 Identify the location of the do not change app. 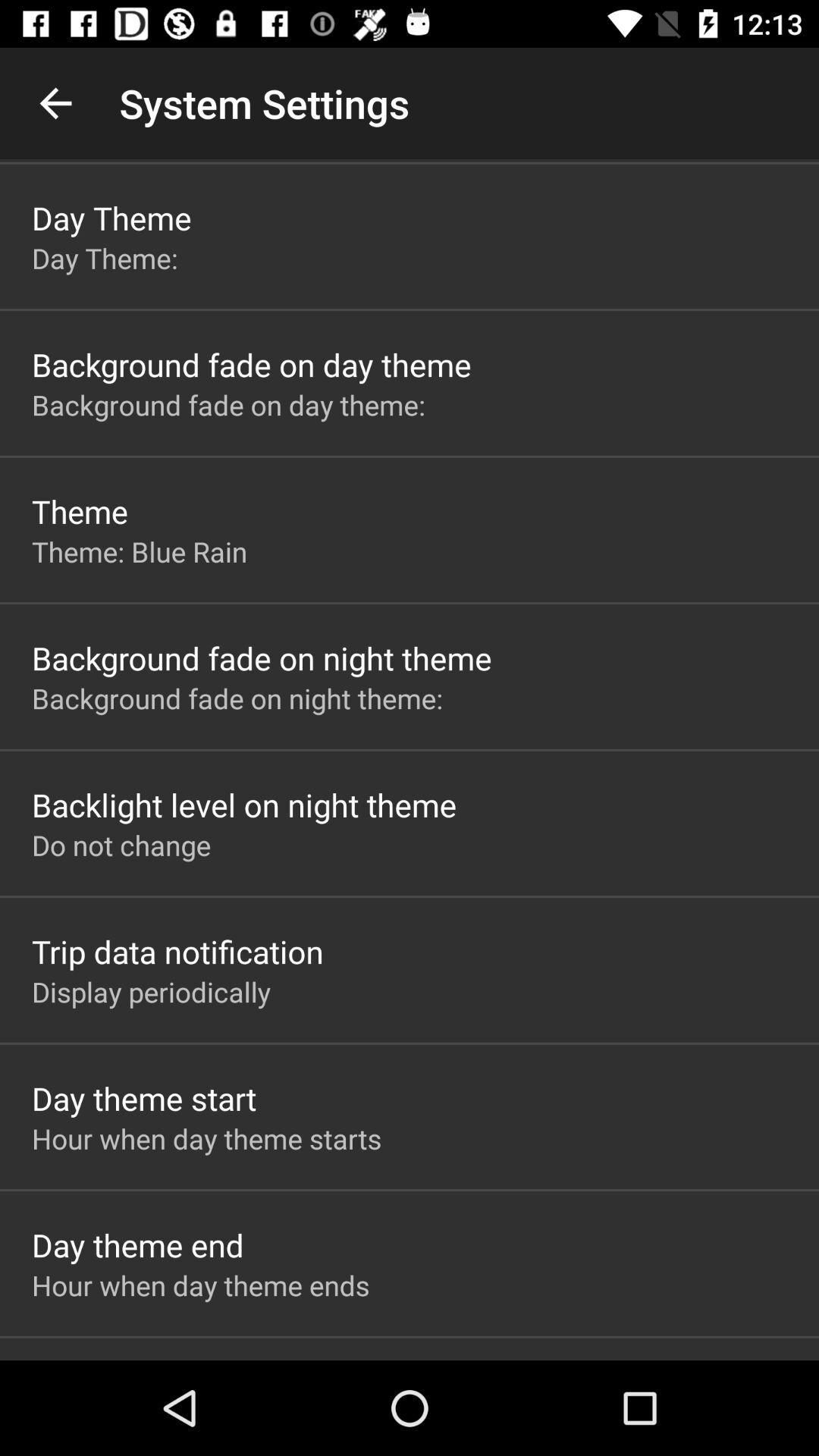
(121, 844).